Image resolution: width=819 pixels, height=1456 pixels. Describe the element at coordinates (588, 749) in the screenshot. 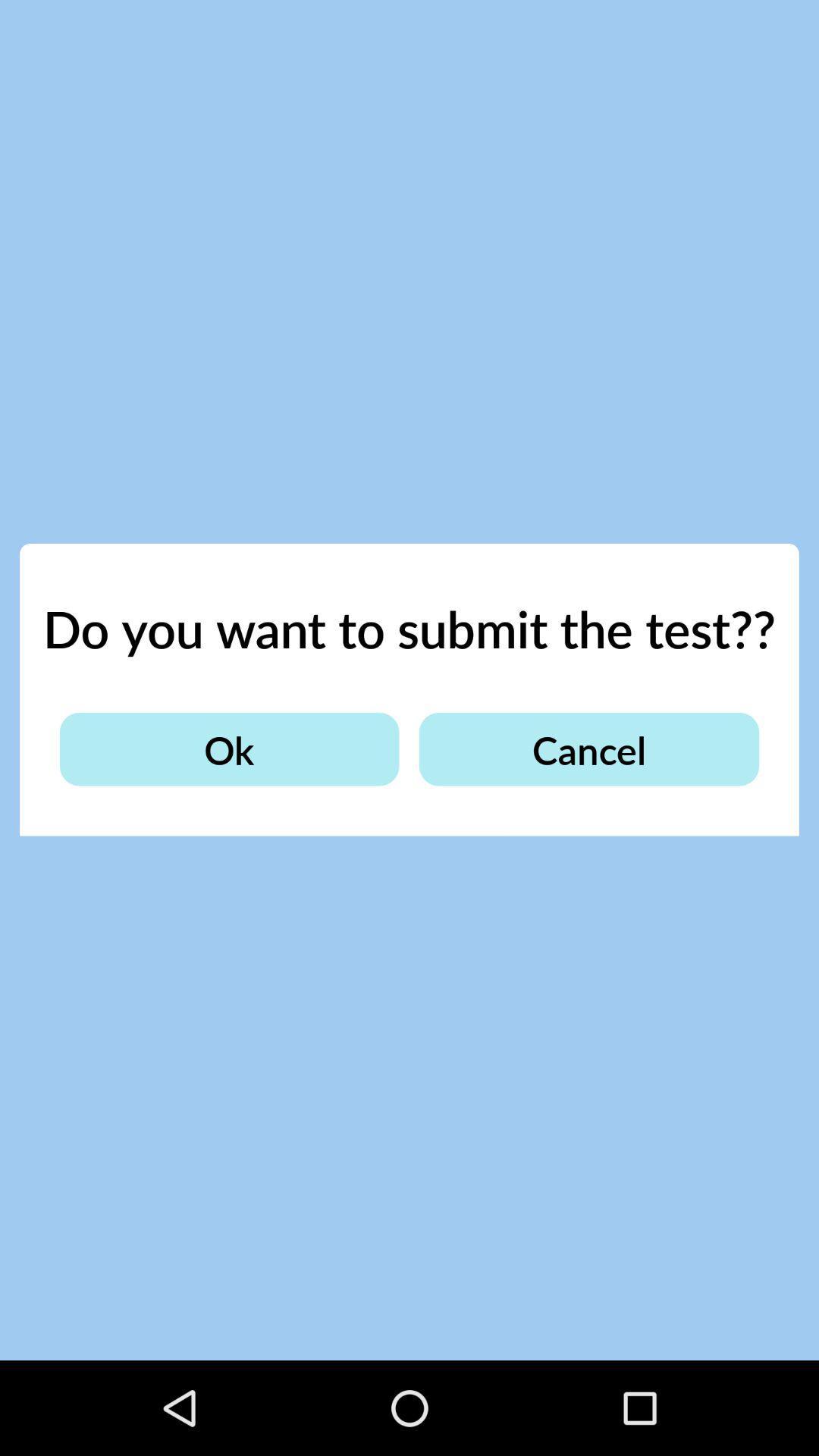

I see `the item below the do you want item` at that location.